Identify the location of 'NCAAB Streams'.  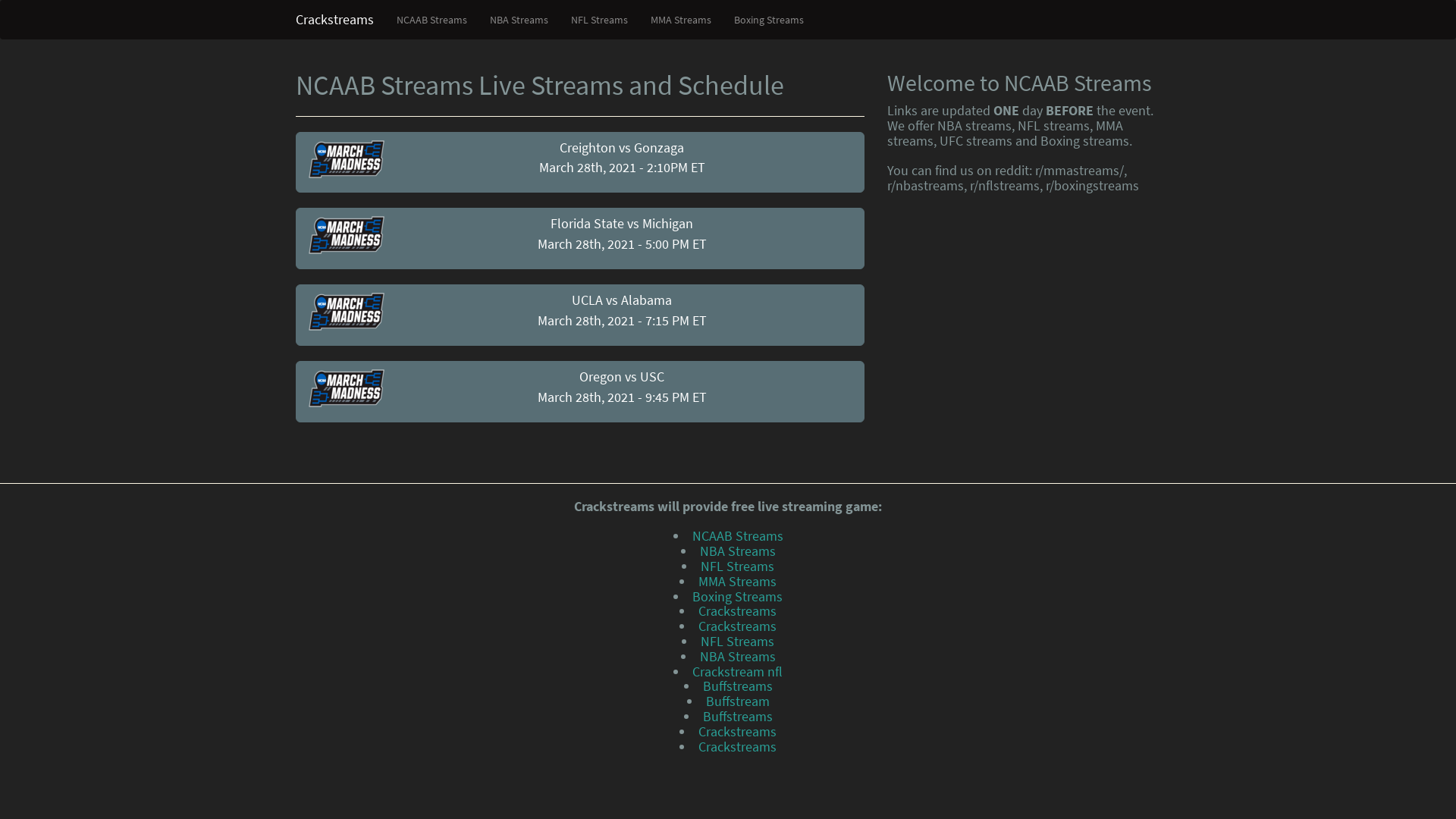
(736, 535).